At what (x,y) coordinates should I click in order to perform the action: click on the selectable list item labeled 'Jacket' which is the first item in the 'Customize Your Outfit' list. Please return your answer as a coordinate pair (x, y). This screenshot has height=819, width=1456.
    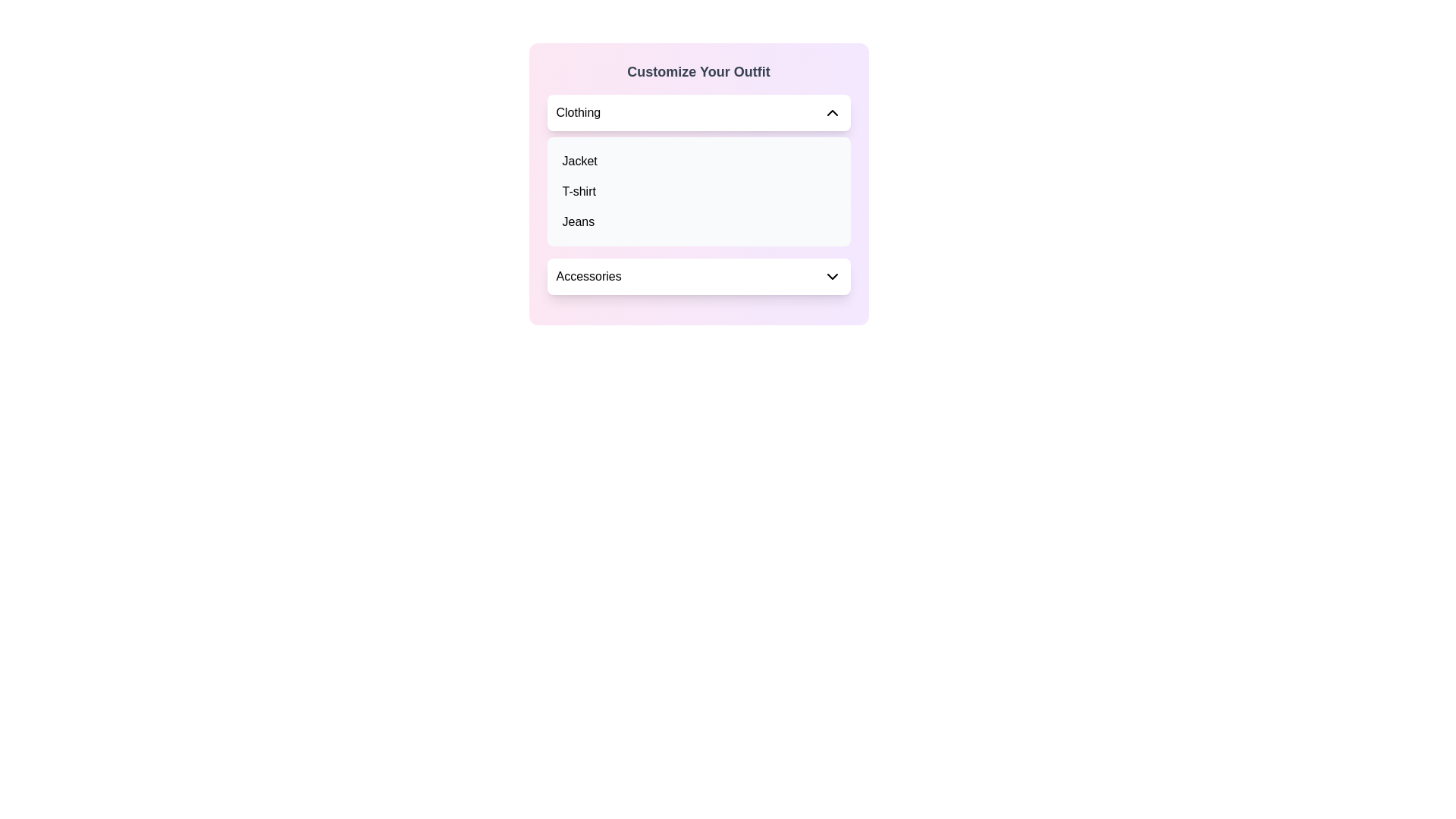
    Looking at the image, I should click on (698, 161).